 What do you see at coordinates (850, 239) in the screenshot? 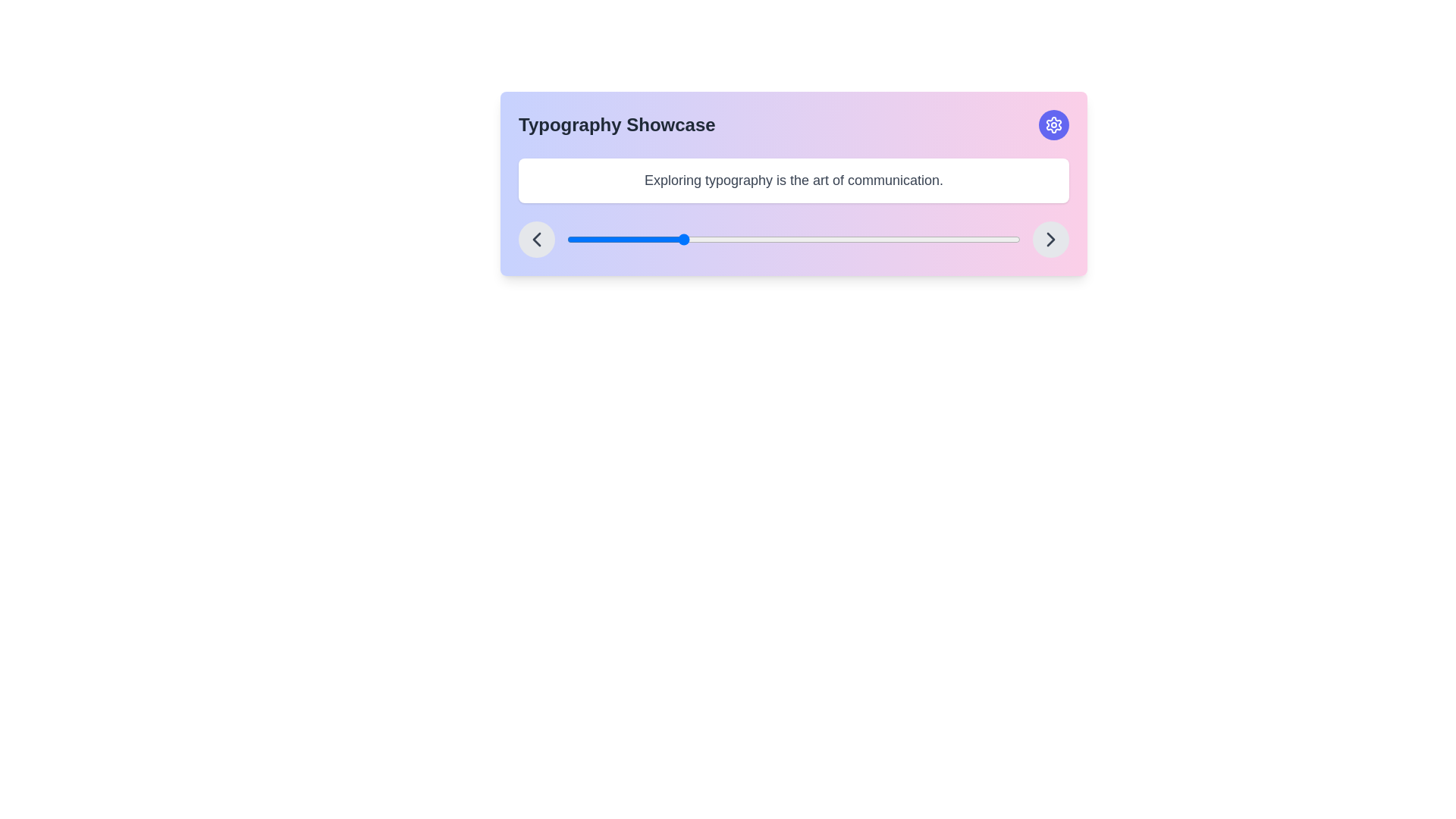
I see `the slider` at bounding box center [850, 239].